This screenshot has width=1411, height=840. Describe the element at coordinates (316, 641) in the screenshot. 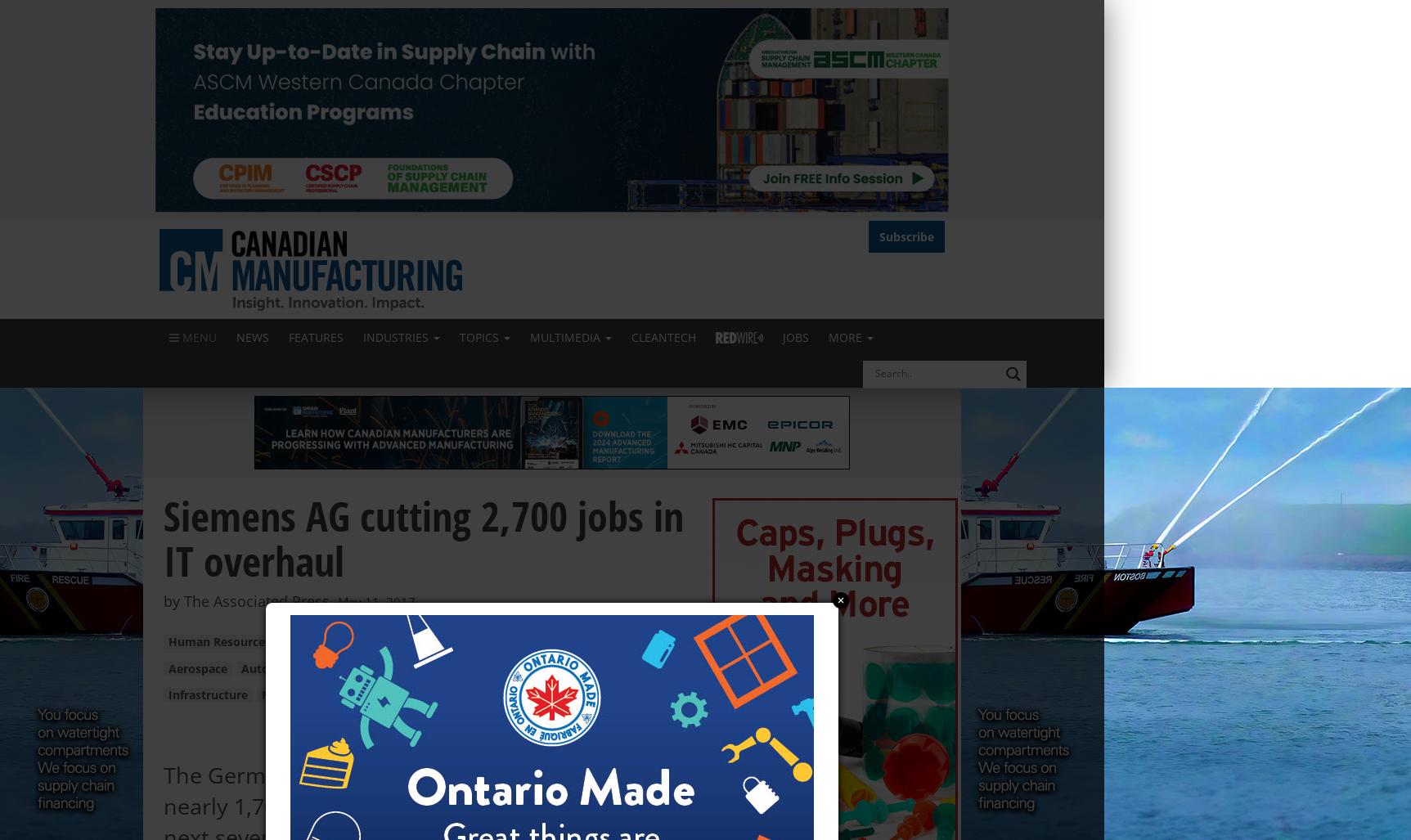

I see `'Operations'` at that location.